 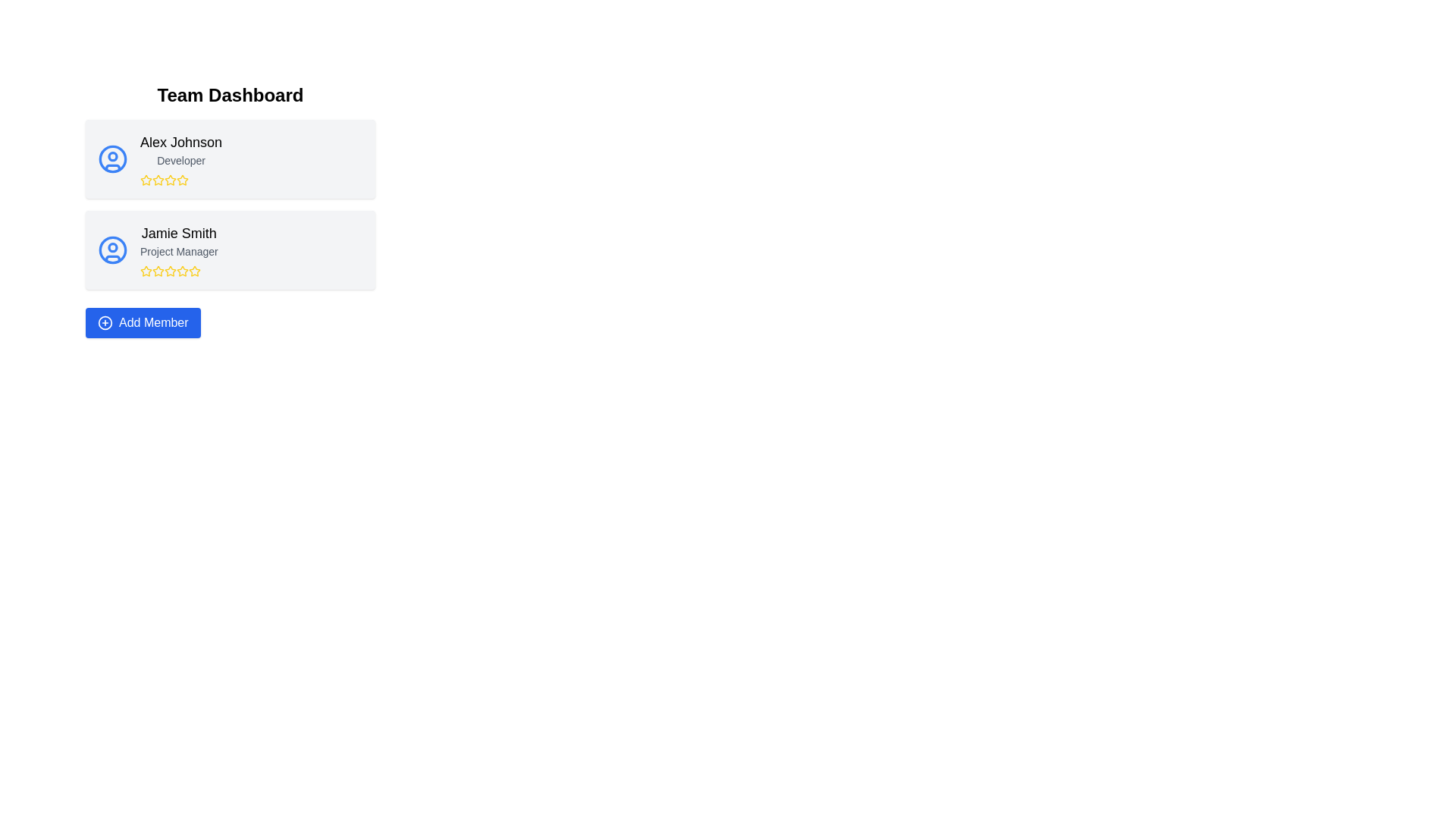 What do you see at coordinates (146, 271) in the screenshot?
I see `the first rating star icon for 'Jamie Smith' located beneath 'Project Manager'` at bounding box center [146, 271].